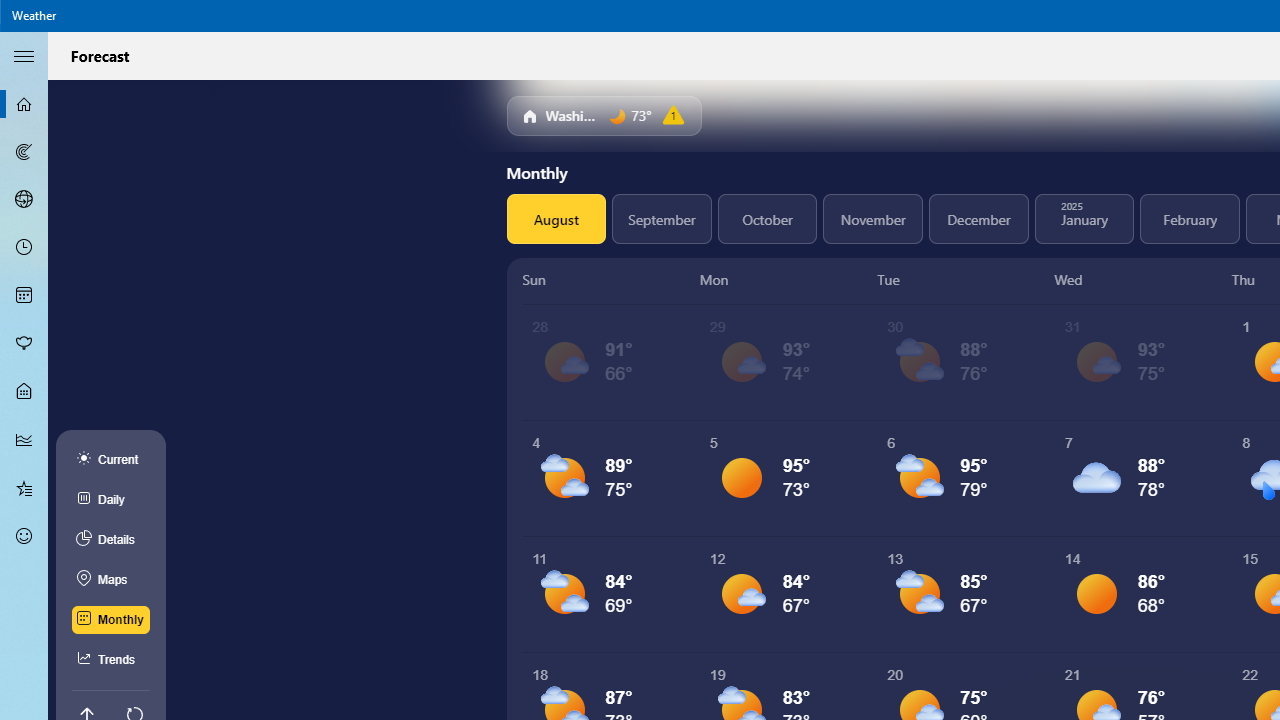 The height and width of the screenshot is (720, 1280). What do you see at coordinates (24, 295) in the screenshot?
I see `'Monthly Forecast - Not Selected'` at bounding box center [24, 295].